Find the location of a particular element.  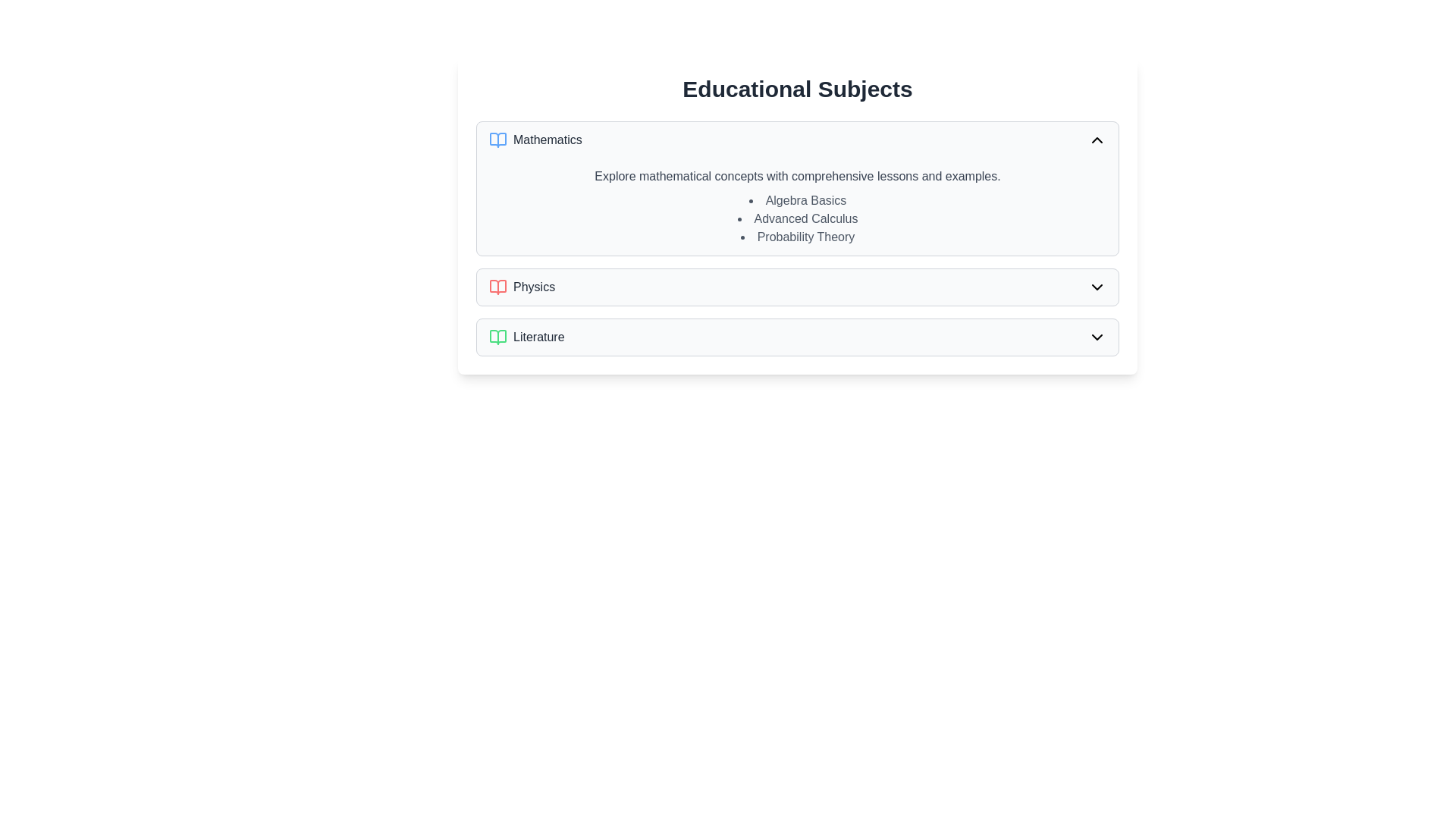

the Literature icon located to the left of the 'Literature' text in the Educational Subjects category is located at coordinates (498, 336).